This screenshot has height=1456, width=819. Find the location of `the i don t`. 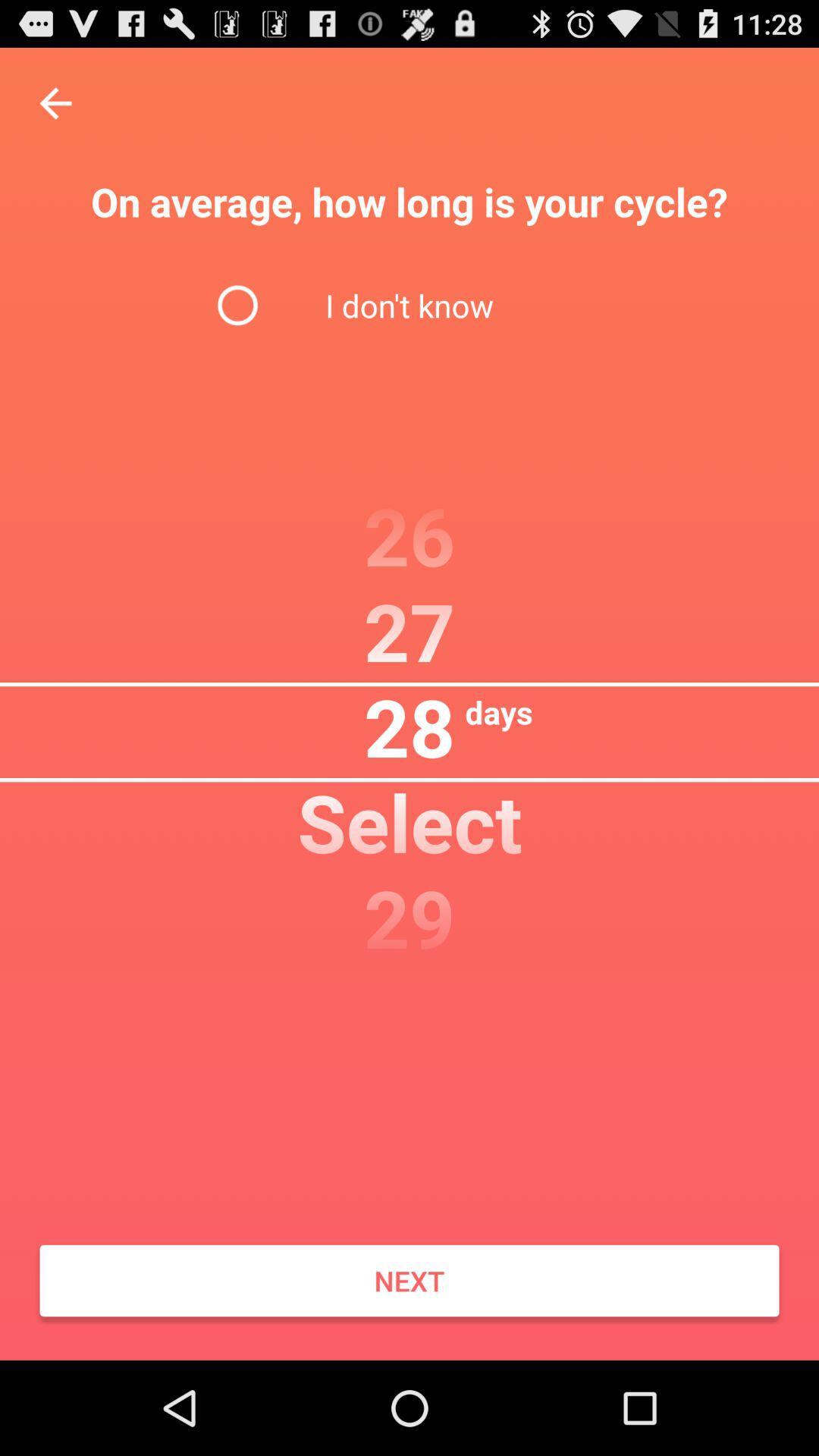

the i don t is located at coordinates (409, 304).